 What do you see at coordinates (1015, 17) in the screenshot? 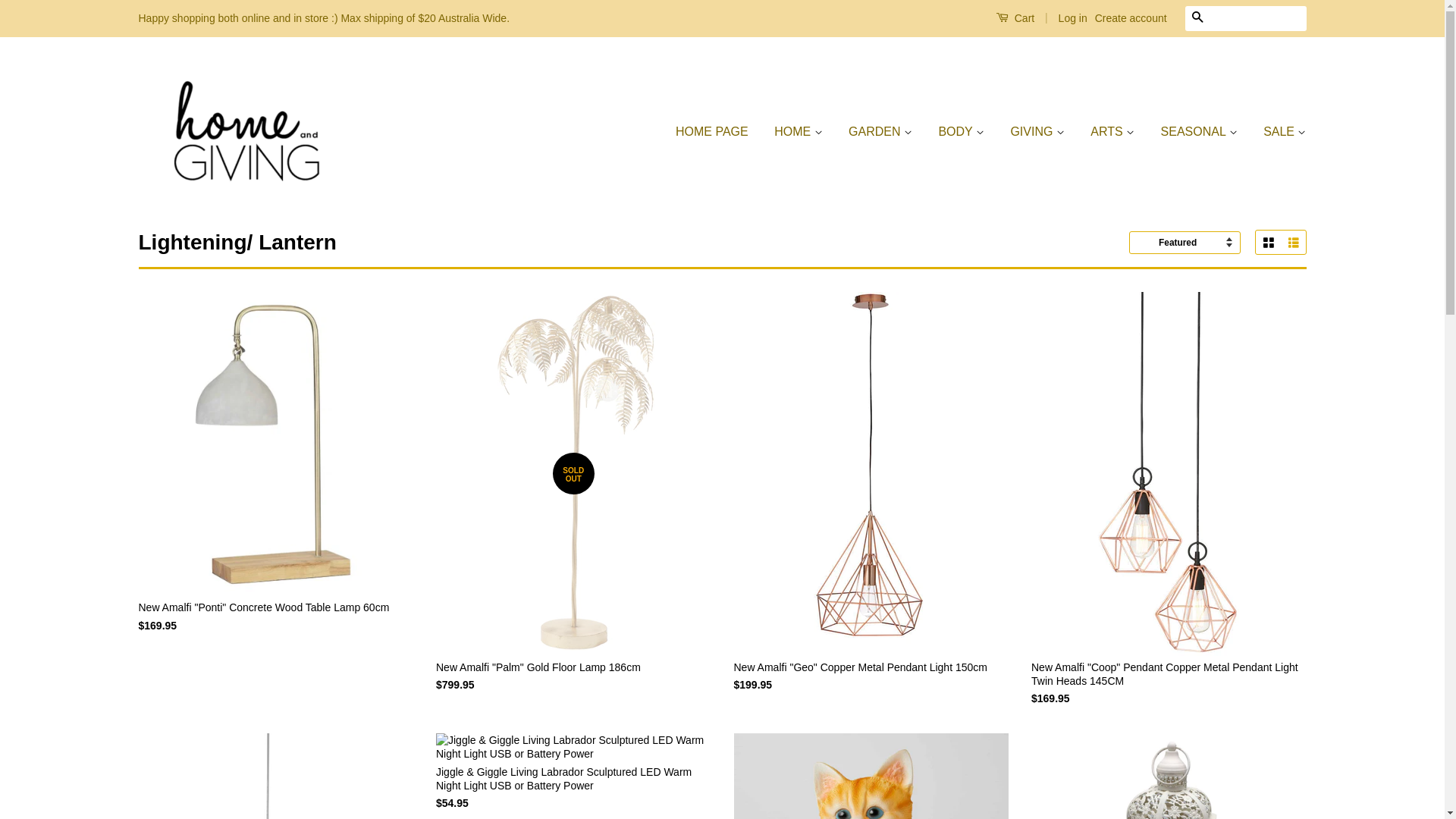
I see `'Cart'` at bounding box center [1015, 17].